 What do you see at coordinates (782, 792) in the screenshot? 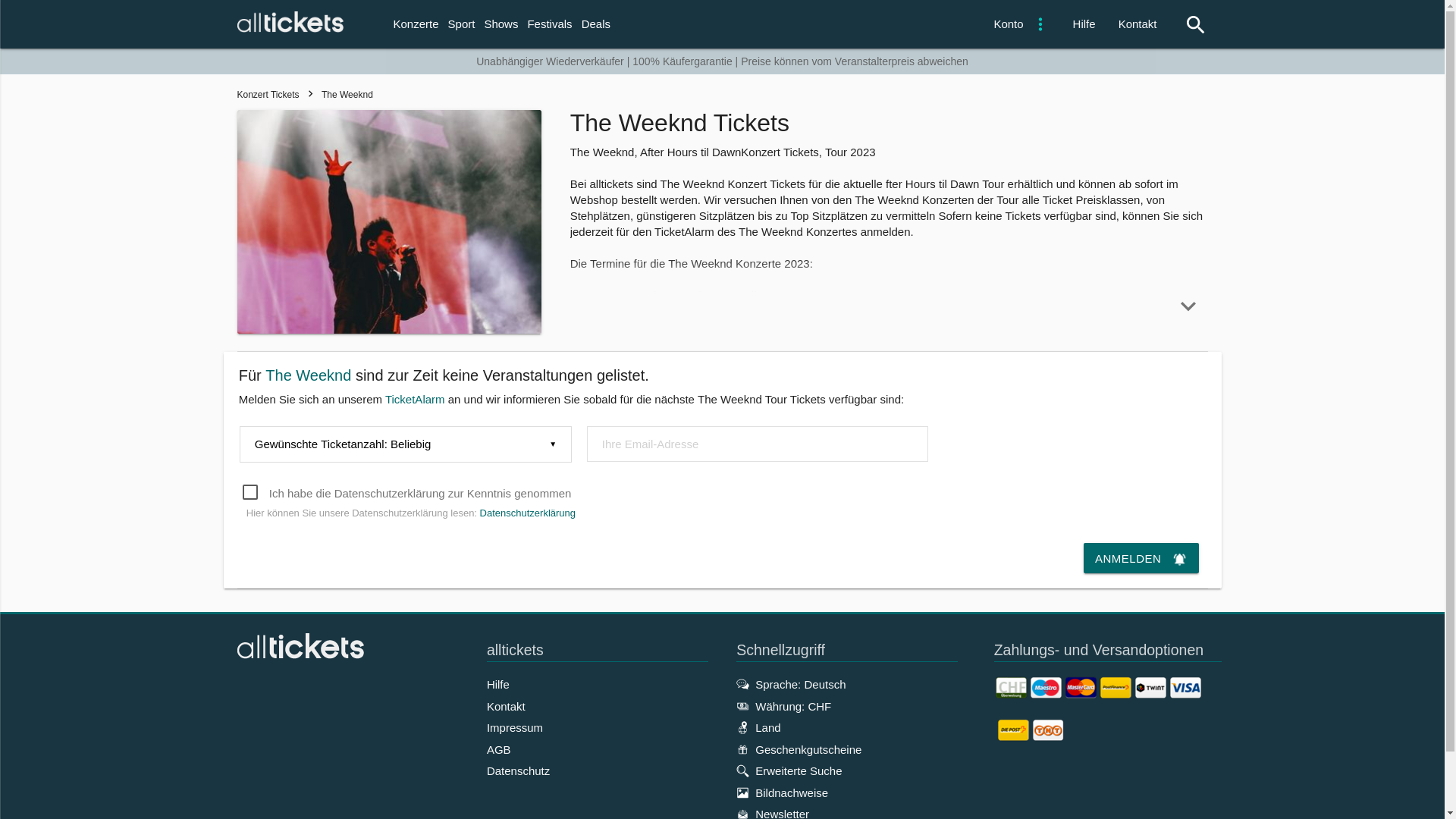
I see `'Bildnachweise'` at bounding box center [782, 792].